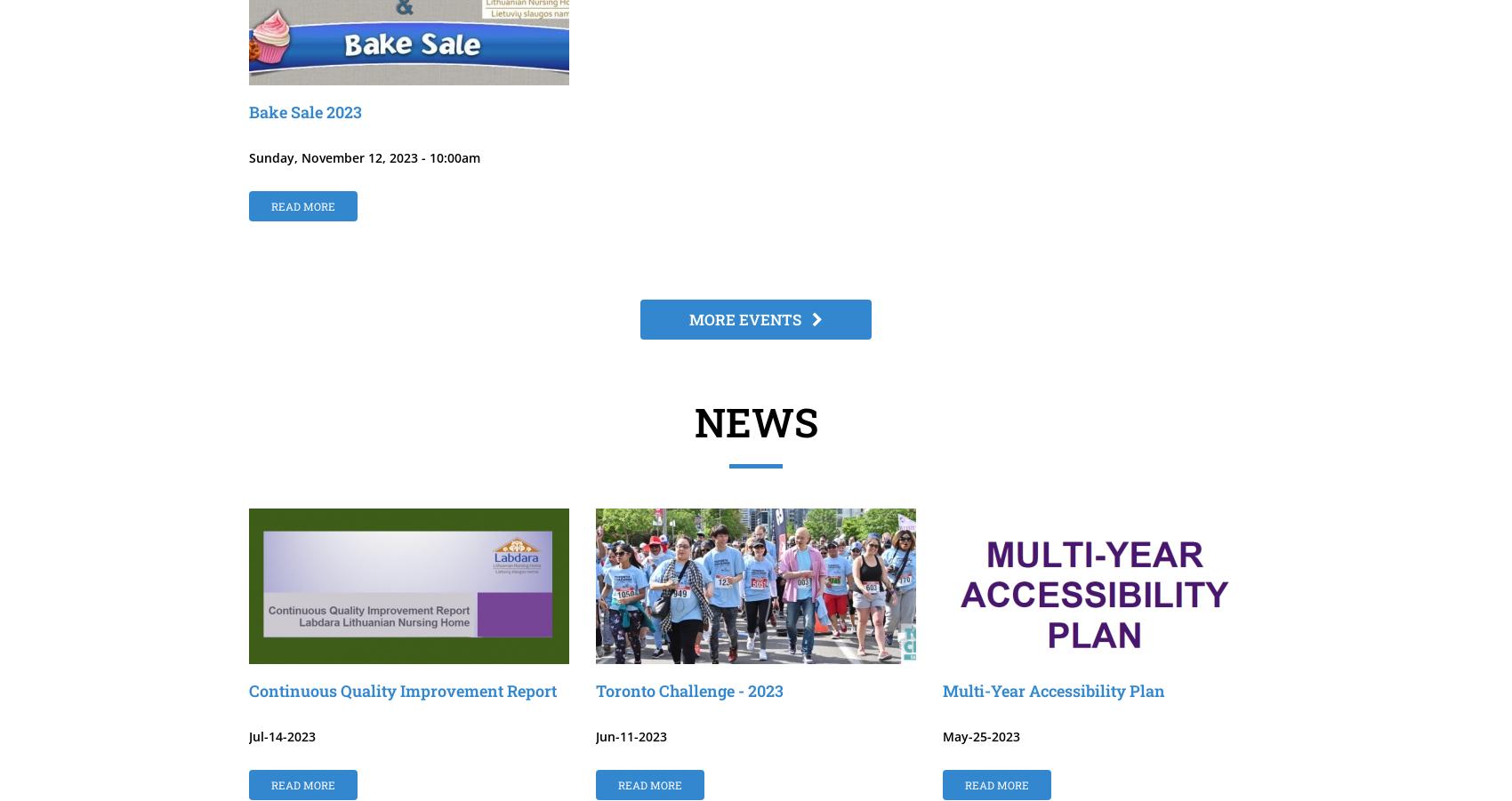 The image size is (1512, 801). Describe the element at coordinates (595, 736) in the screenshot. I see `'Jun-11-2023'` at that location.